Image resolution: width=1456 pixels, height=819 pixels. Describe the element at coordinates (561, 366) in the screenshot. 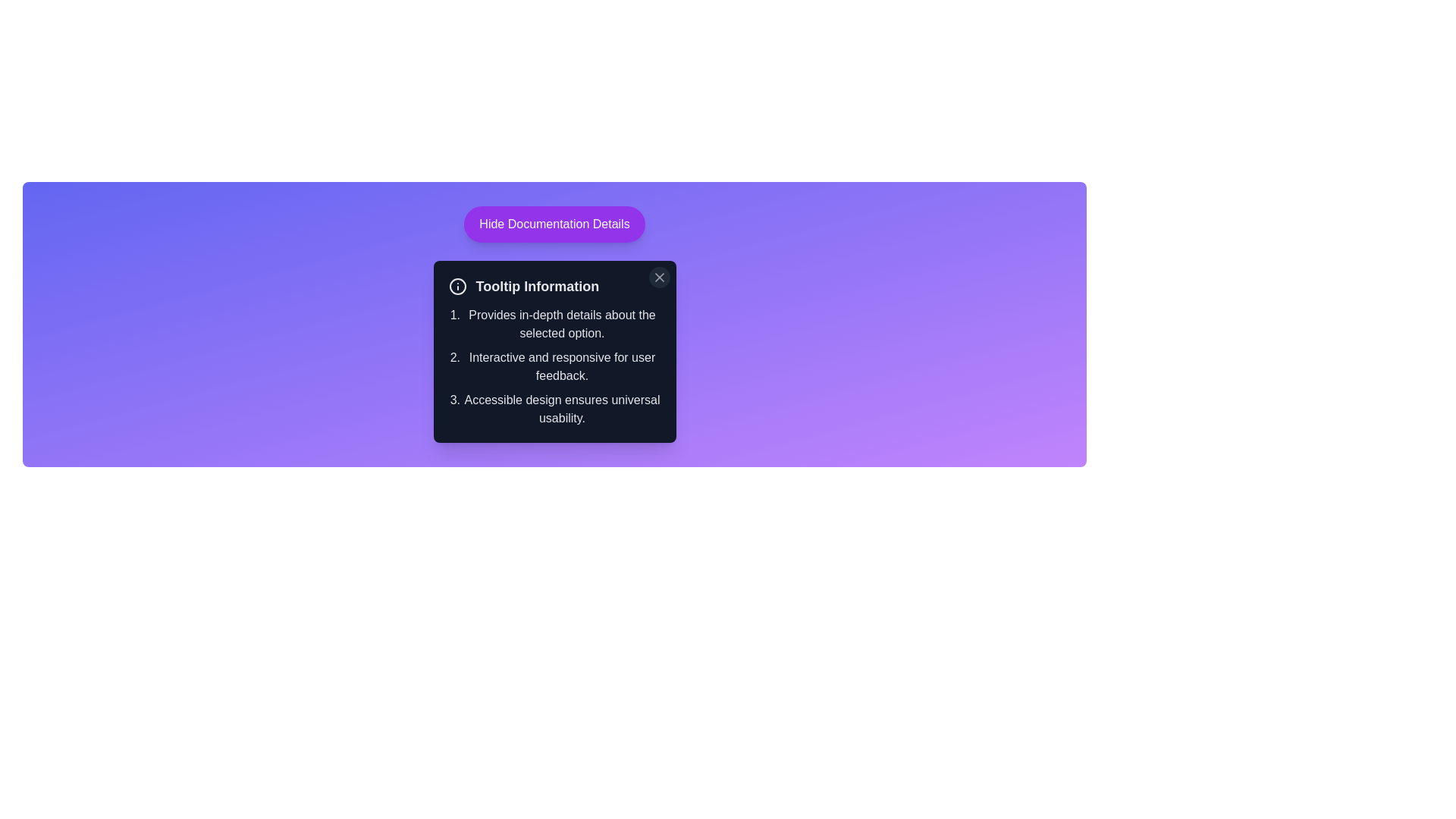

I see `text from the second item in the numbered list within the tooltip box that contains the text 'Interactive and responsive for user feedback.'` at that location.